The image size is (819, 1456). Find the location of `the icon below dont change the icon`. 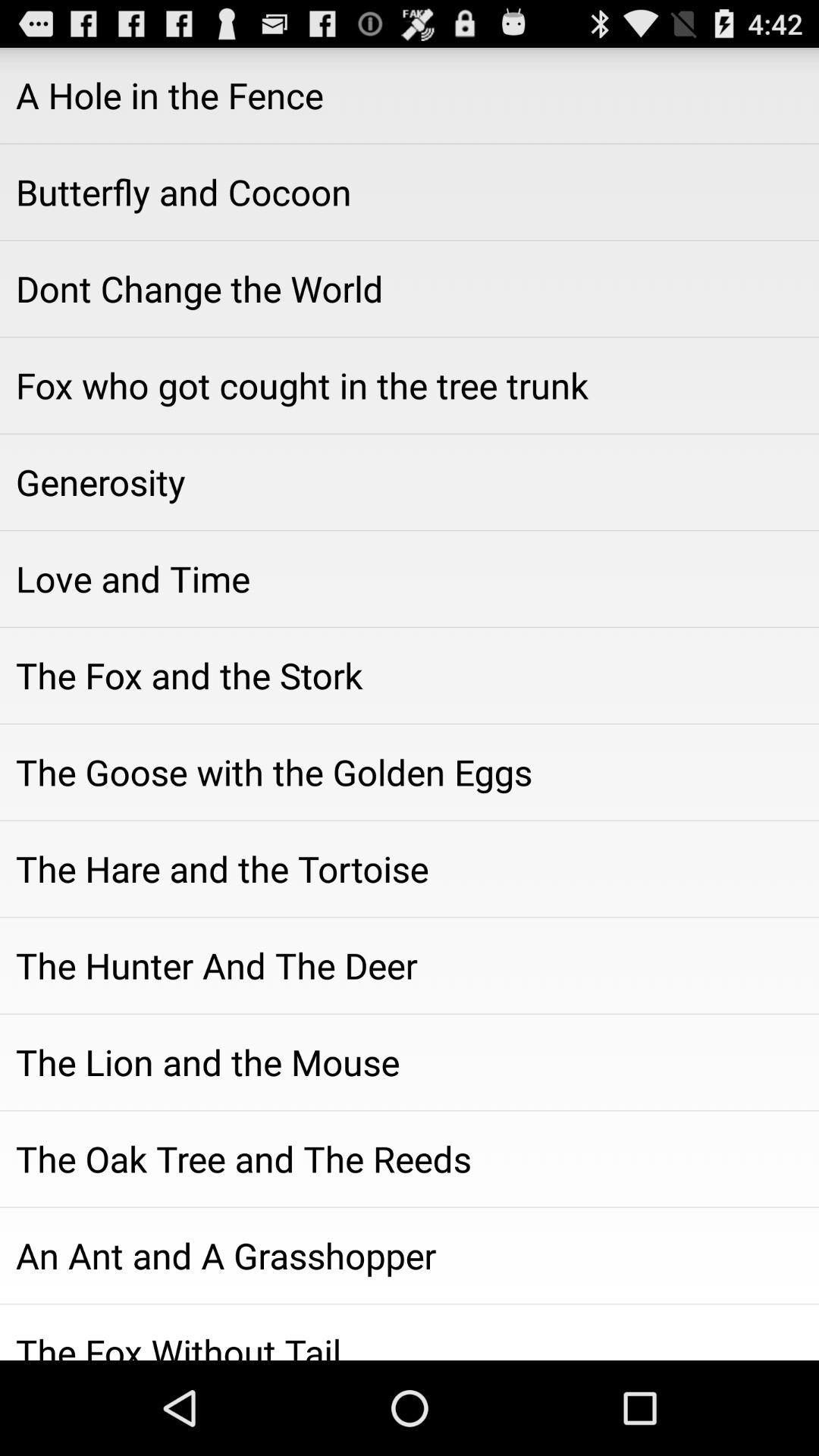

the icon below dont change the icon is located at coordinates (409, 385).